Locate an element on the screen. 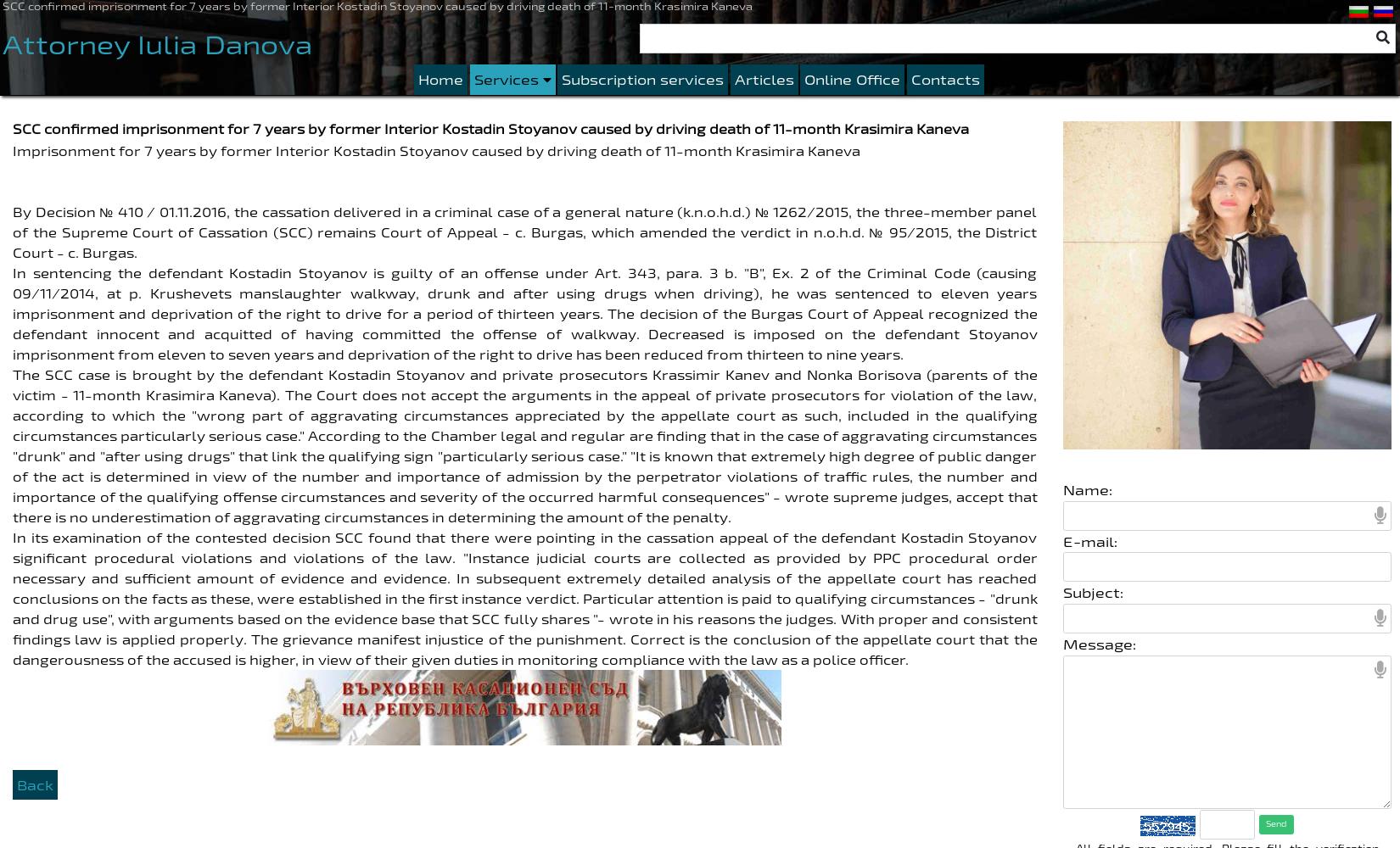 The image size is (1400, 848). 'Message:' is located at coordinates (1097, 644).